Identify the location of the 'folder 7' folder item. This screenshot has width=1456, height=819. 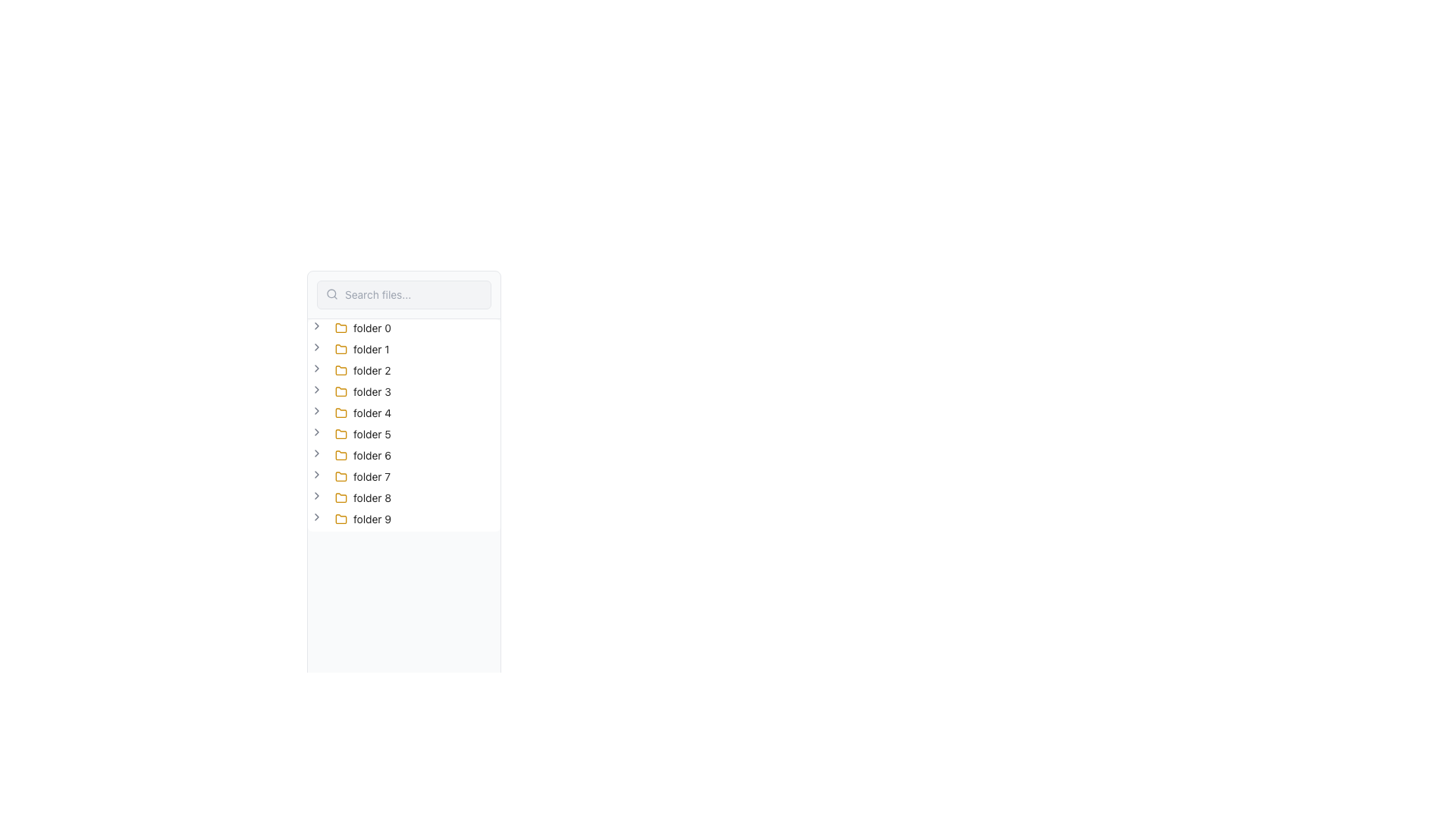
(362, 475).